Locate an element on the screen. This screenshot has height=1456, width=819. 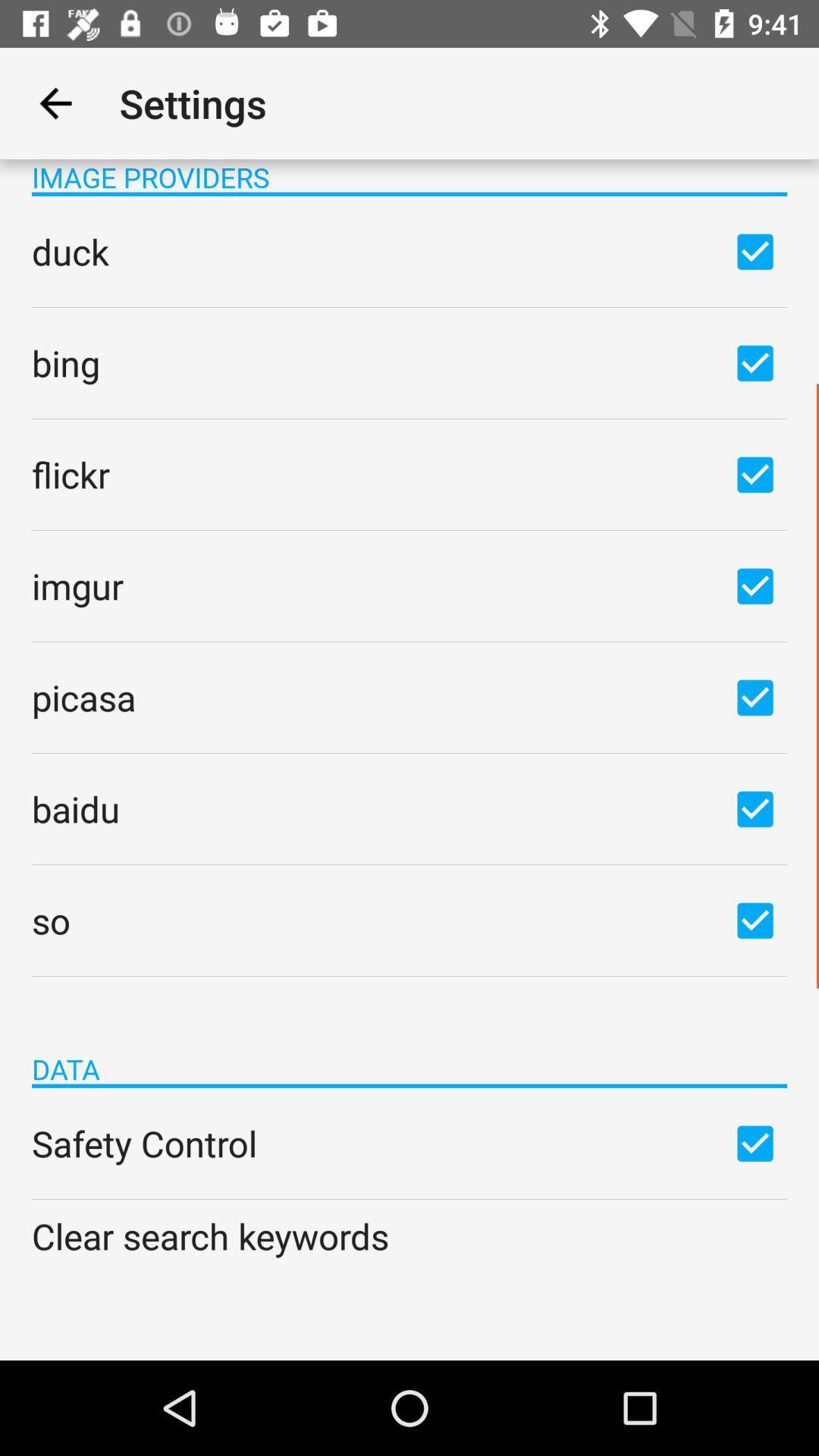
deselect option is located at coordinates (755, 251).